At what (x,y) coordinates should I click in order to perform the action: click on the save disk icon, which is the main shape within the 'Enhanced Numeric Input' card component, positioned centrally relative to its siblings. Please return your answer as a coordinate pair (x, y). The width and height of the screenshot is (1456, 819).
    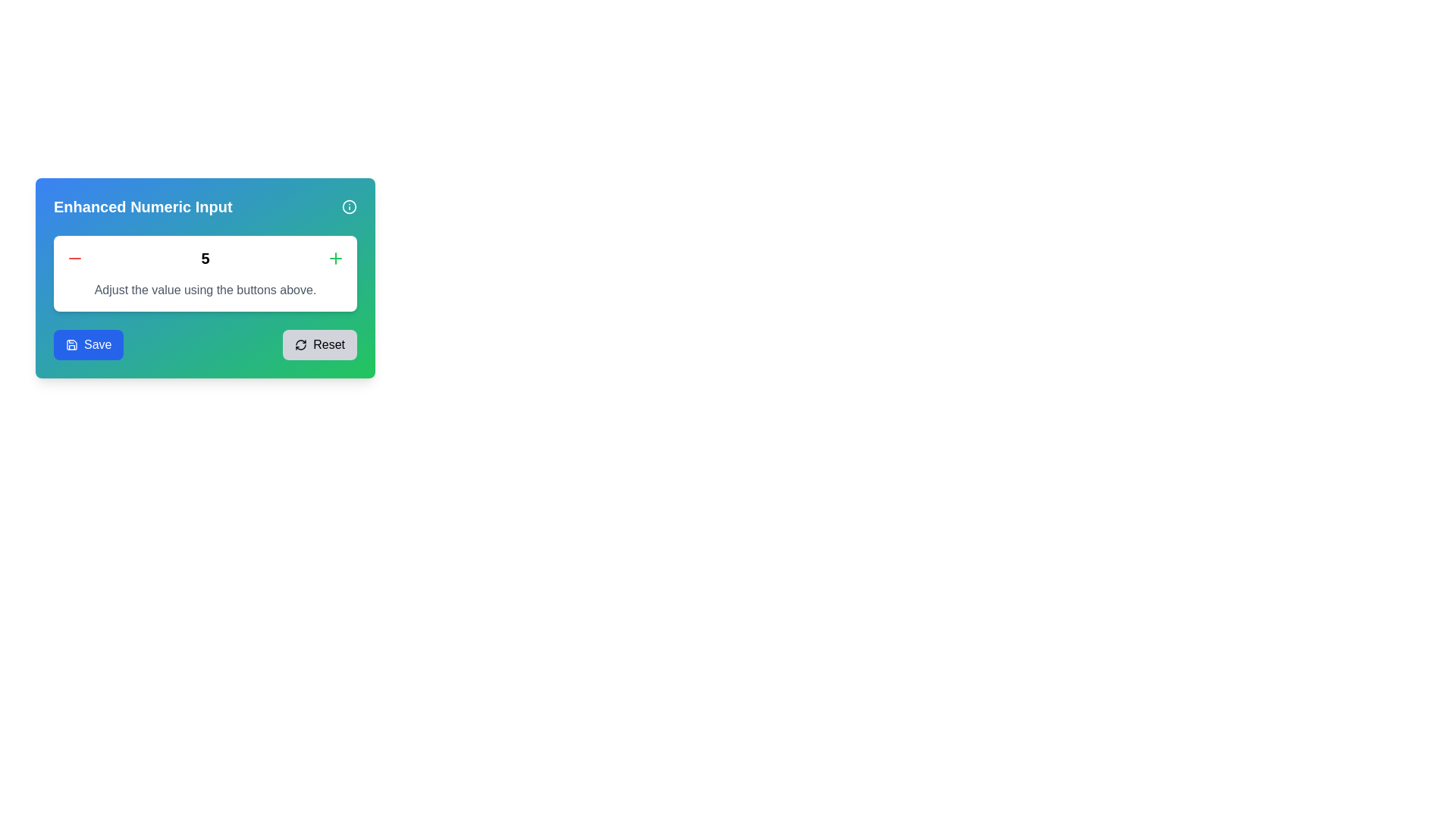
    Looking at the image, I should click on (71, 345).